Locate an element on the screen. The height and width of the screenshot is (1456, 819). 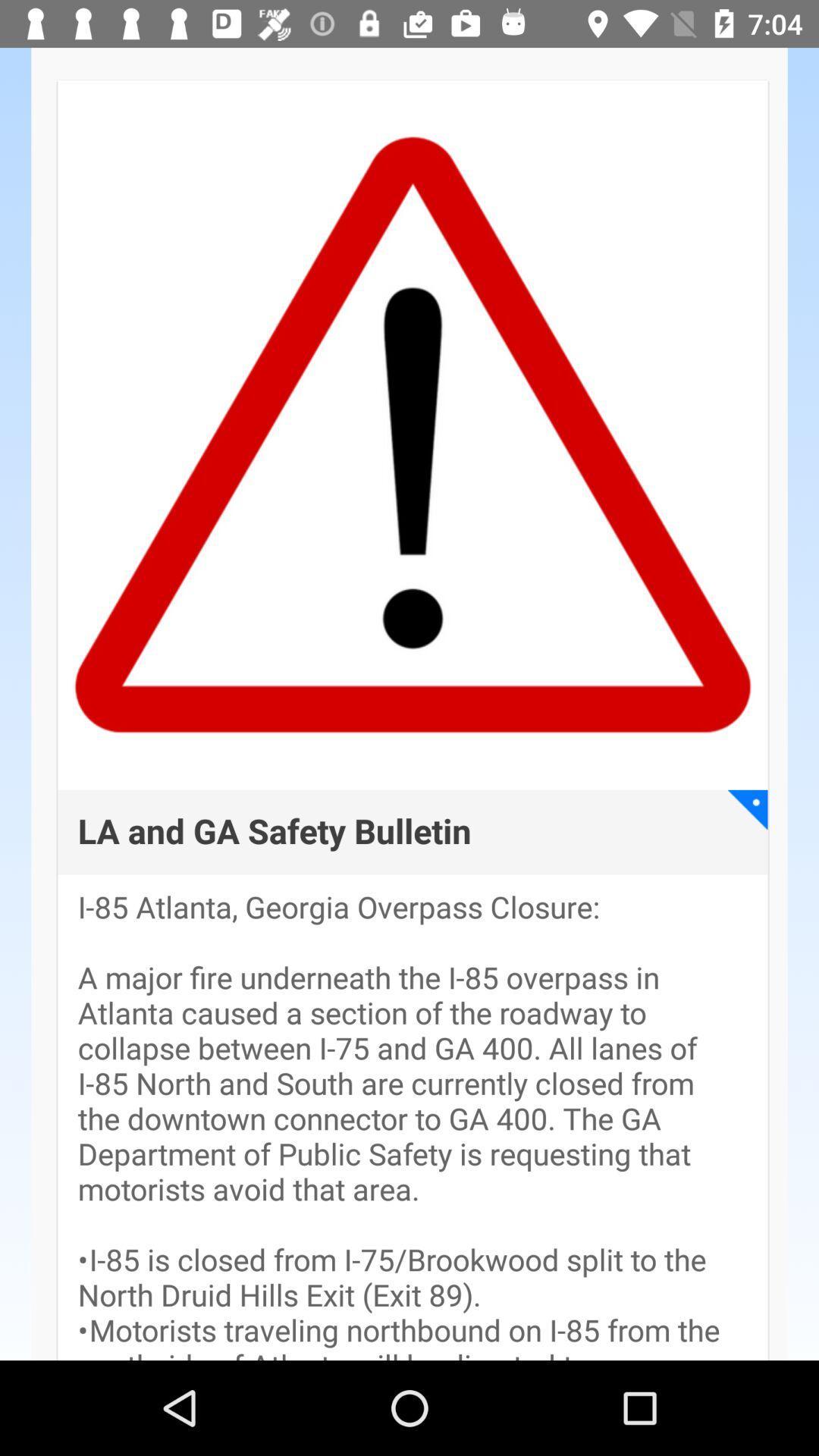
i 85 atlanta app is located at coordinates (413, 1125).